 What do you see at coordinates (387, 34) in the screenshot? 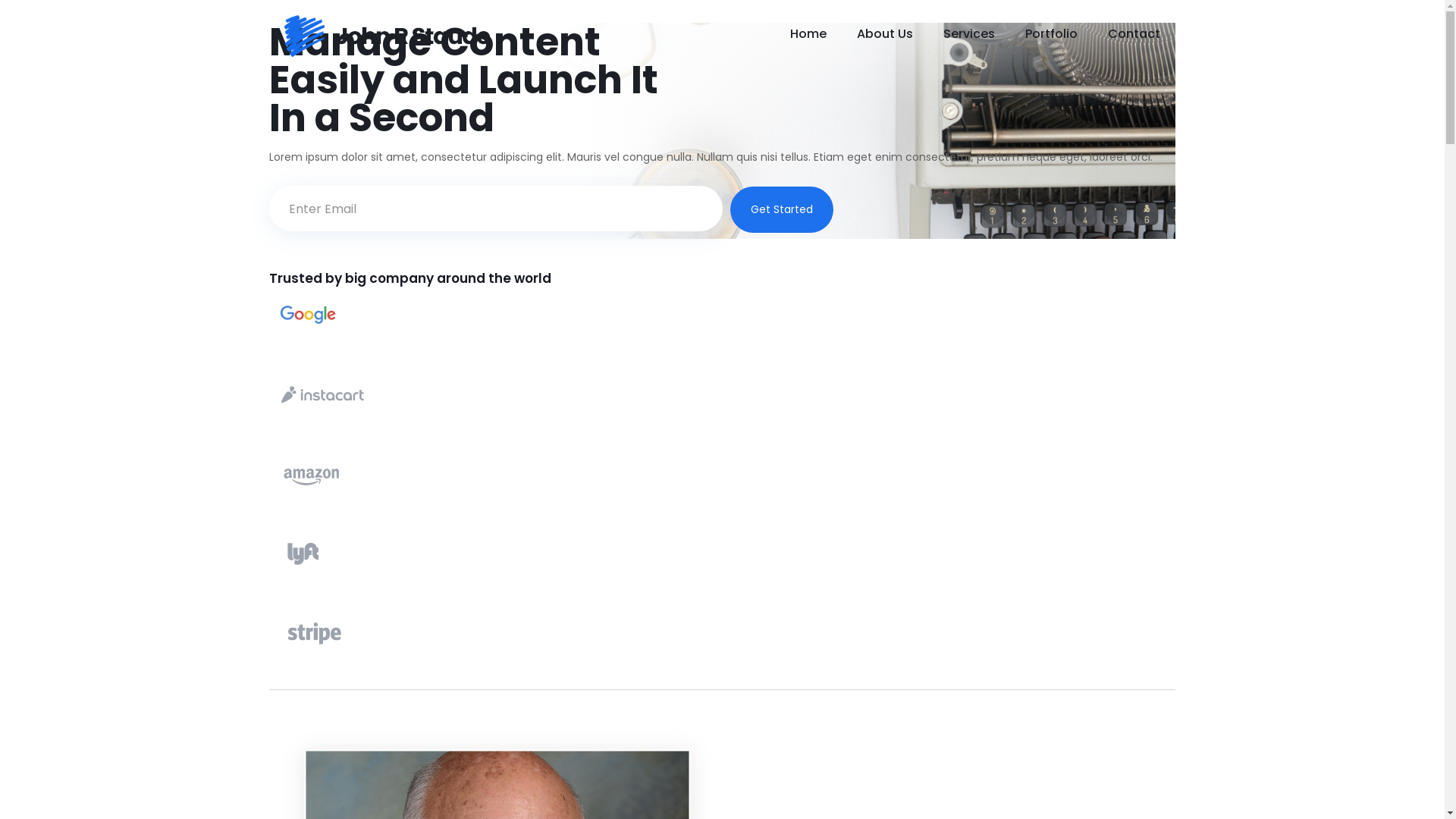
I see `'Staude'` at bounding box center [387, 34].